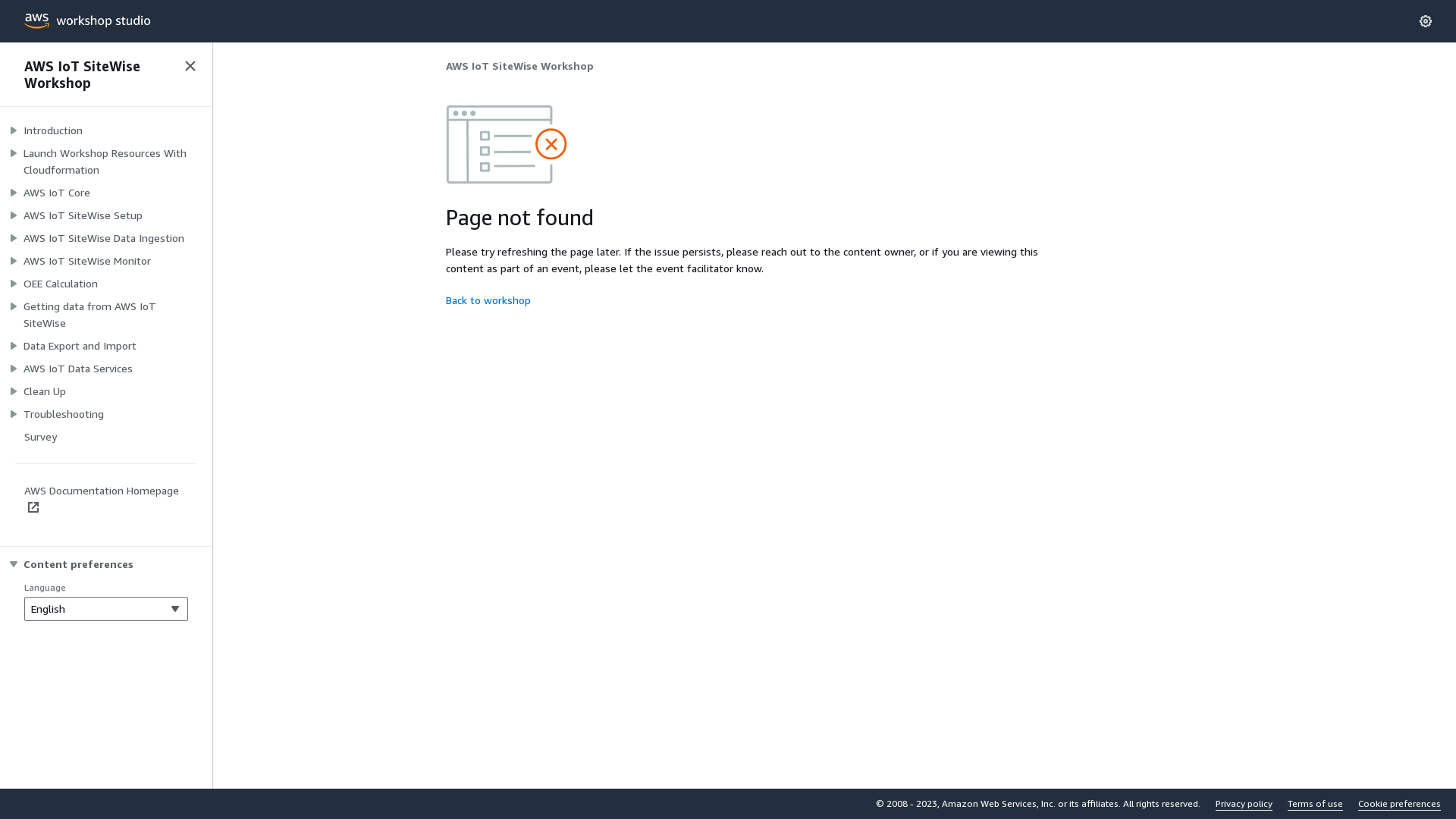 This screenshot has height=819, width=1456. What do you see at coordinates (53, 130) in the screenshot?
I see `'Introduction'` at bounding box center [53, 130].